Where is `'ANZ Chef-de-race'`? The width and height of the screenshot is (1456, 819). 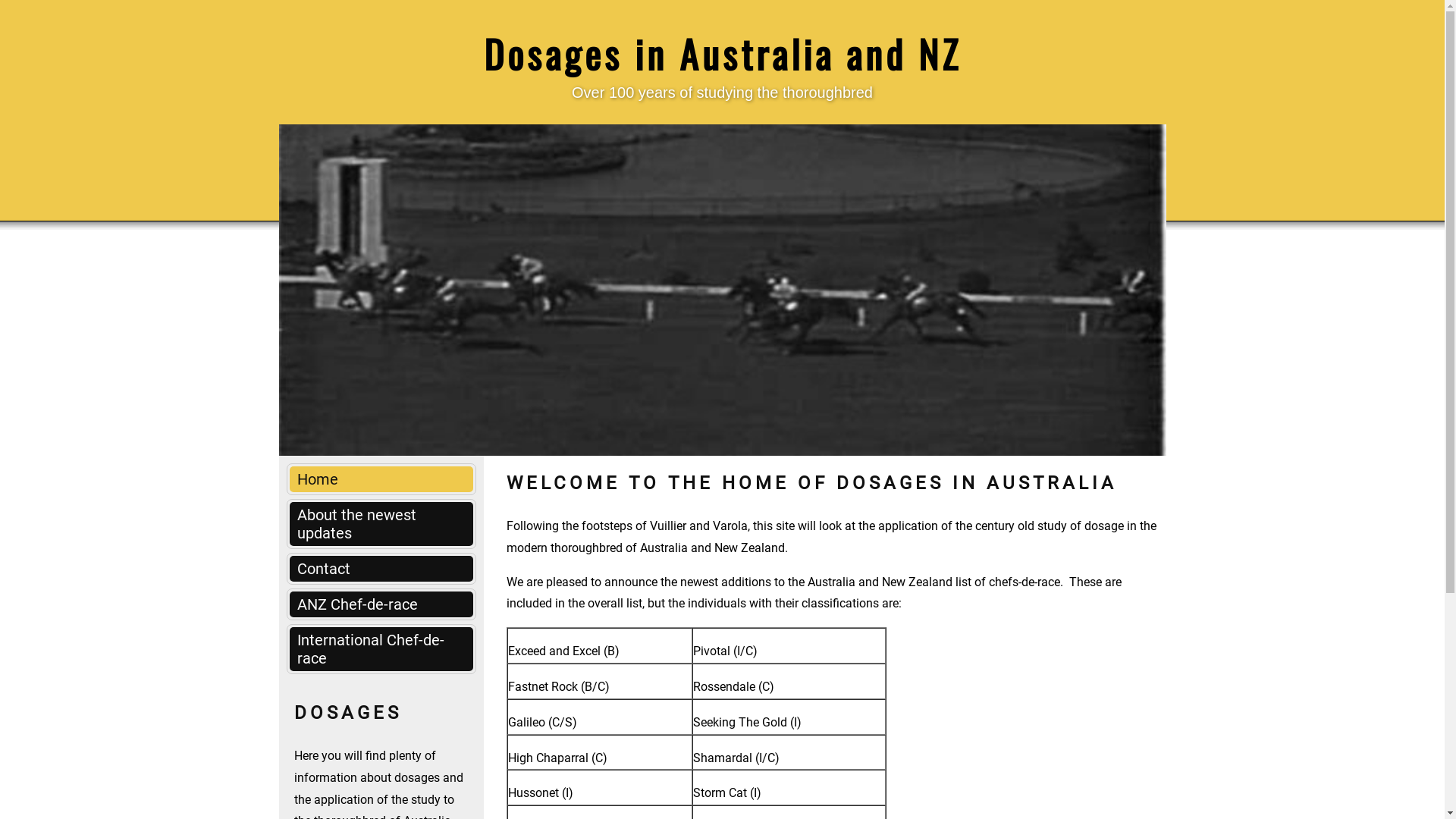
'ANZ Chef-de-race' is located at coordinates (381, 604).